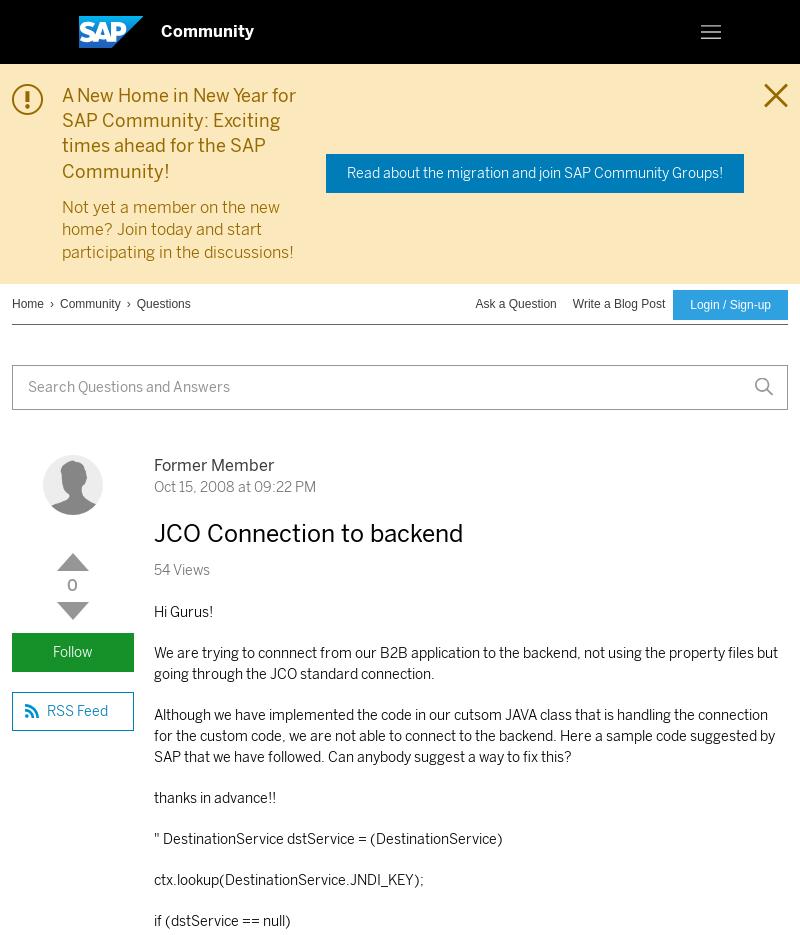  What do you see at coordinates (153, 570) in the screenshot?
I see `'54 Views'` at bounding box center [153, 570].